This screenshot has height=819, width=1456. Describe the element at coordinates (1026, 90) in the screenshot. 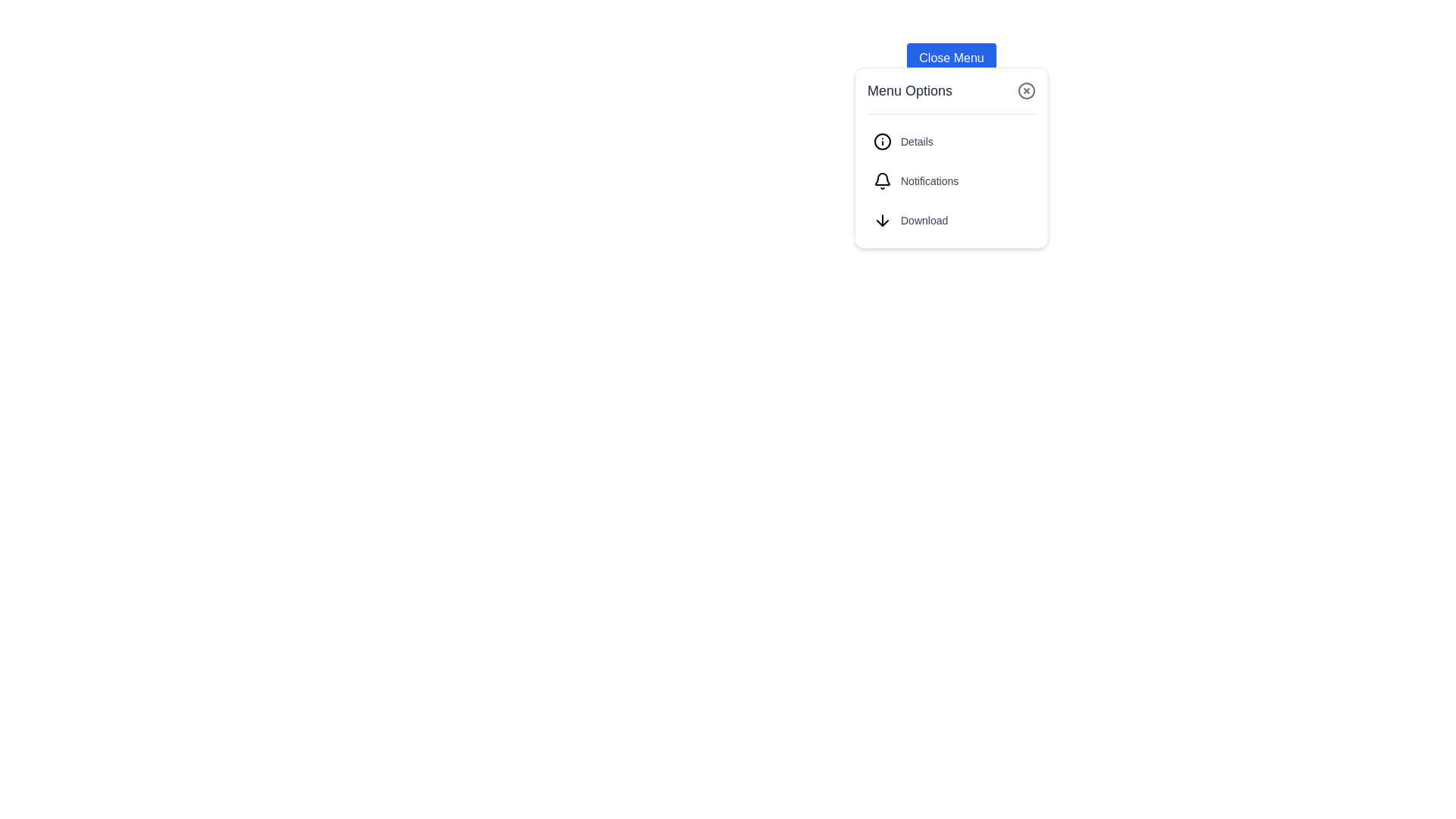

I see `the 'Close' icon button, represented by an SVG graphic containing a circle and a cross, located in the top-right corner of the 'Menu Options' box` at that location.